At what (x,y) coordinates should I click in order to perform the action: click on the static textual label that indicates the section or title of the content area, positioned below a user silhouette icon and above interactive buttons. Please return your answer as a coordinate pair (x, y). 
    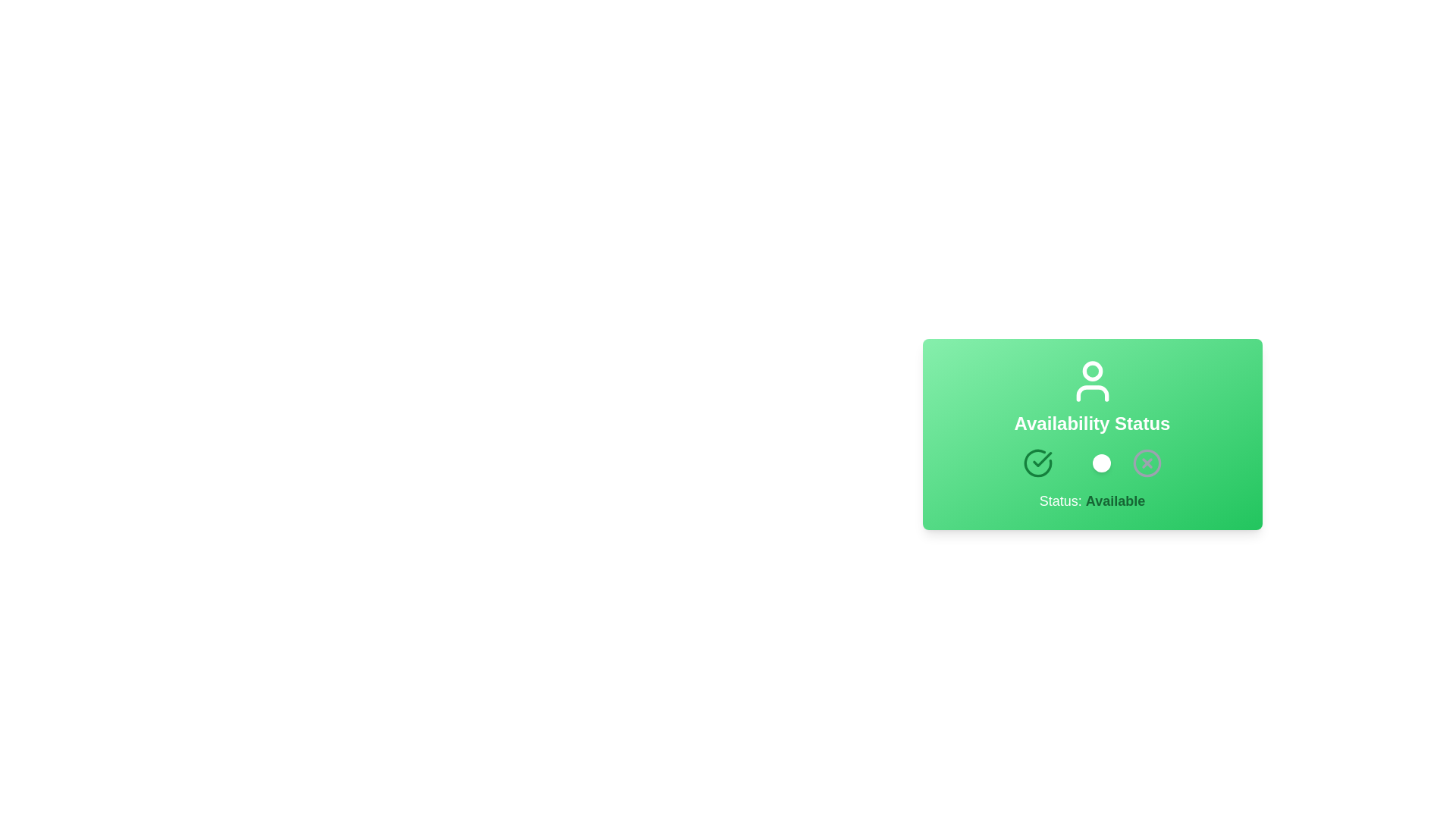
    Looking at the image, I should click on (1092, 424).